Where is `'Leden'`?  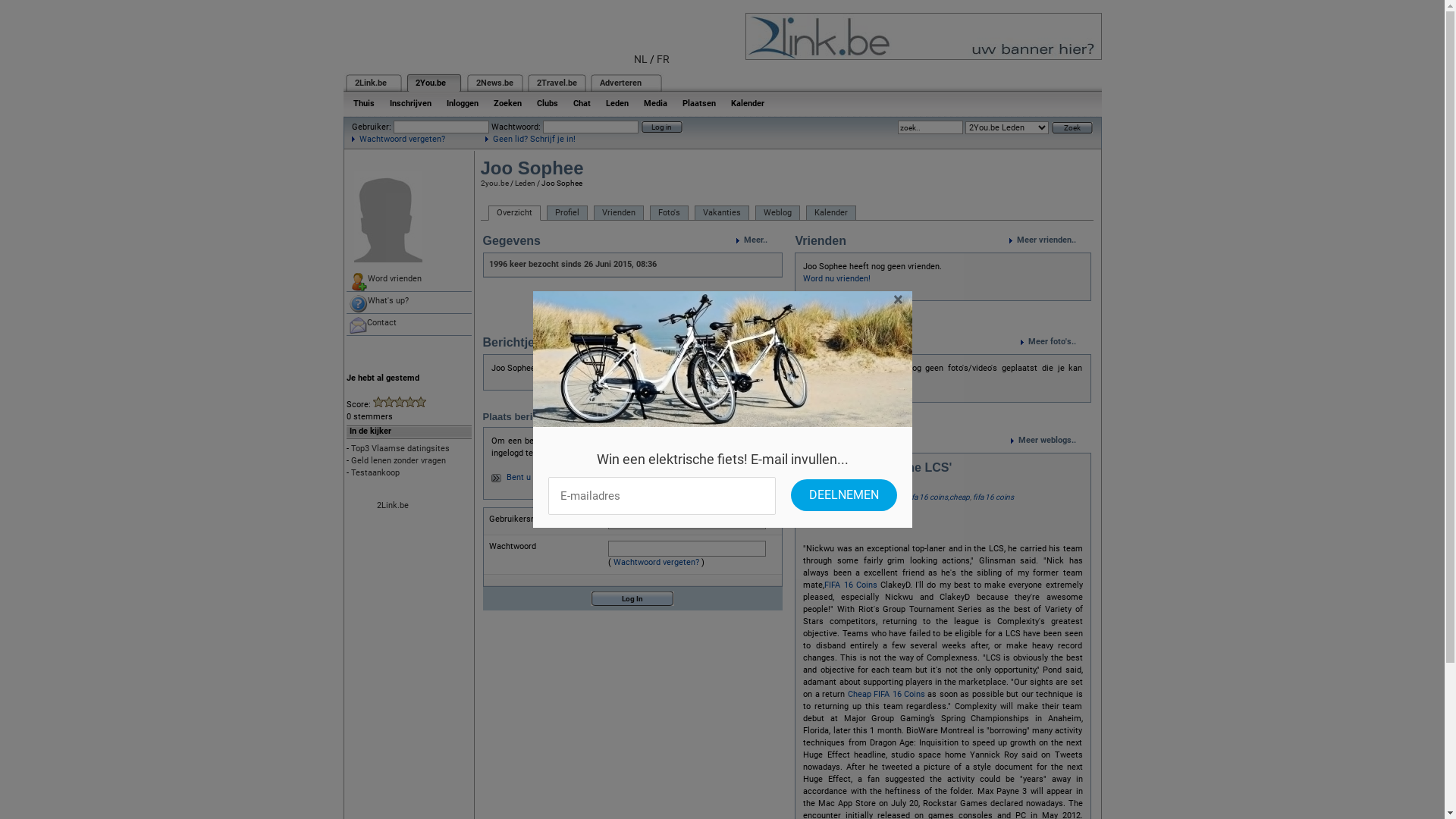
'Leden' is located at coordinates (524, 182).